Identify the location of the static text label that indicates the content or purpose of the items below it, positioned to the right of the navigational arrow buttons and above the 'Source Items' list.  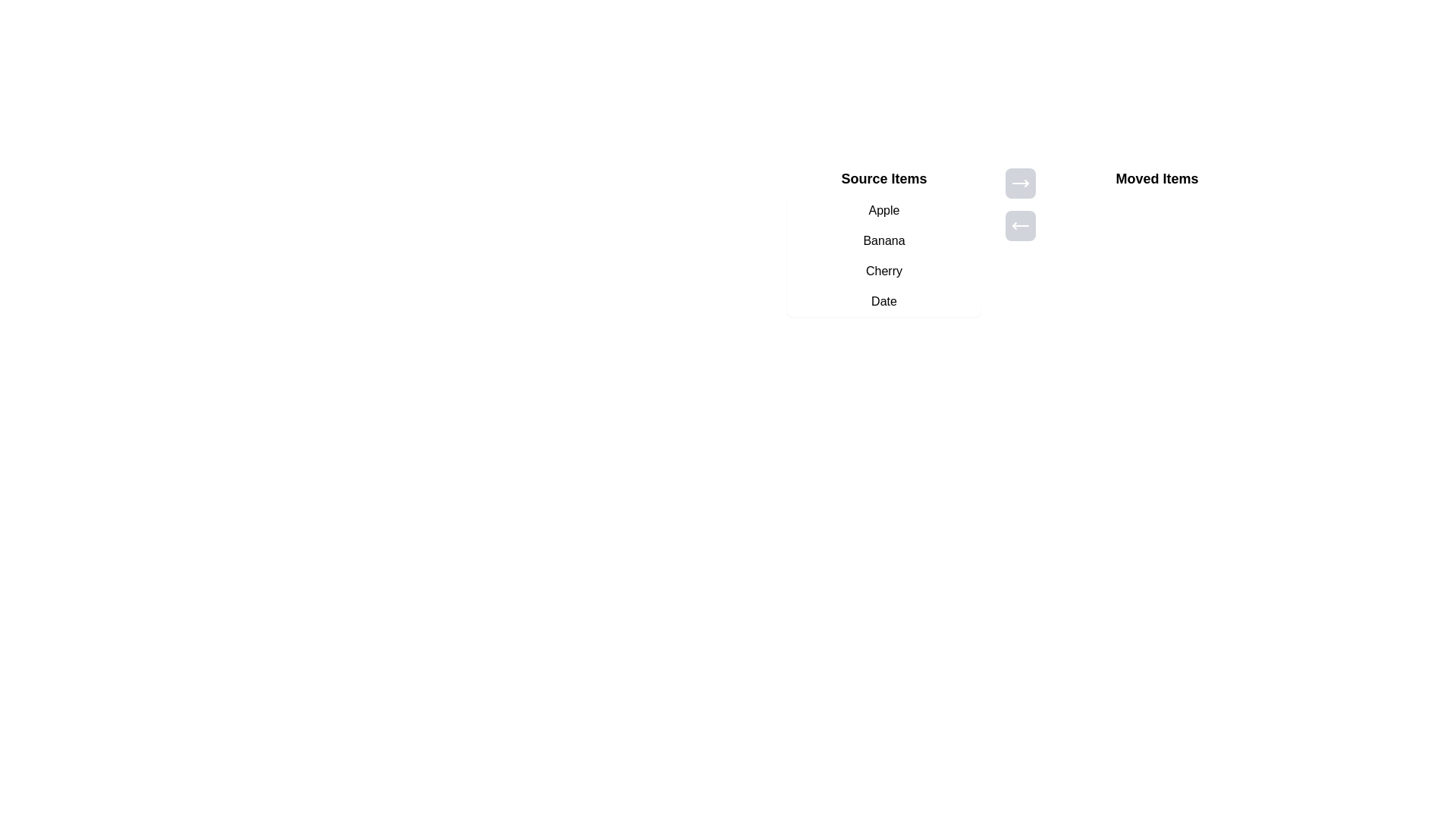
(1156, 177).